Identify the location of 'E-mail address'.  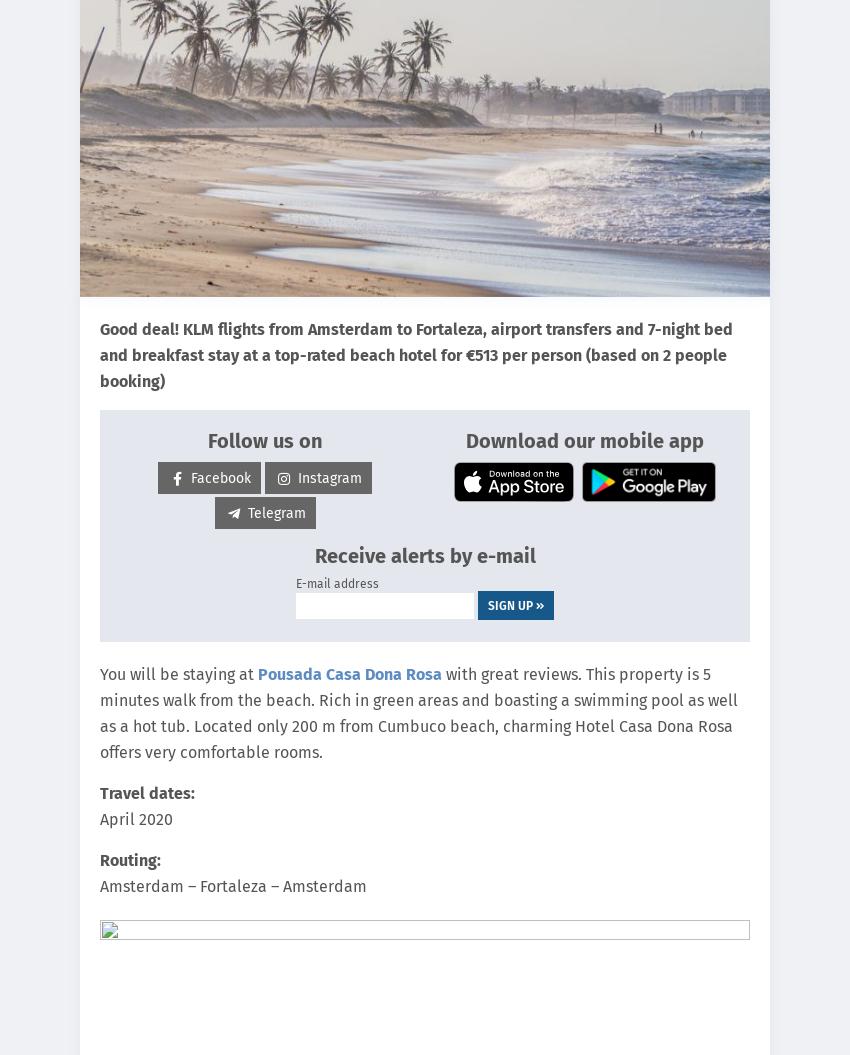
(337, 583).